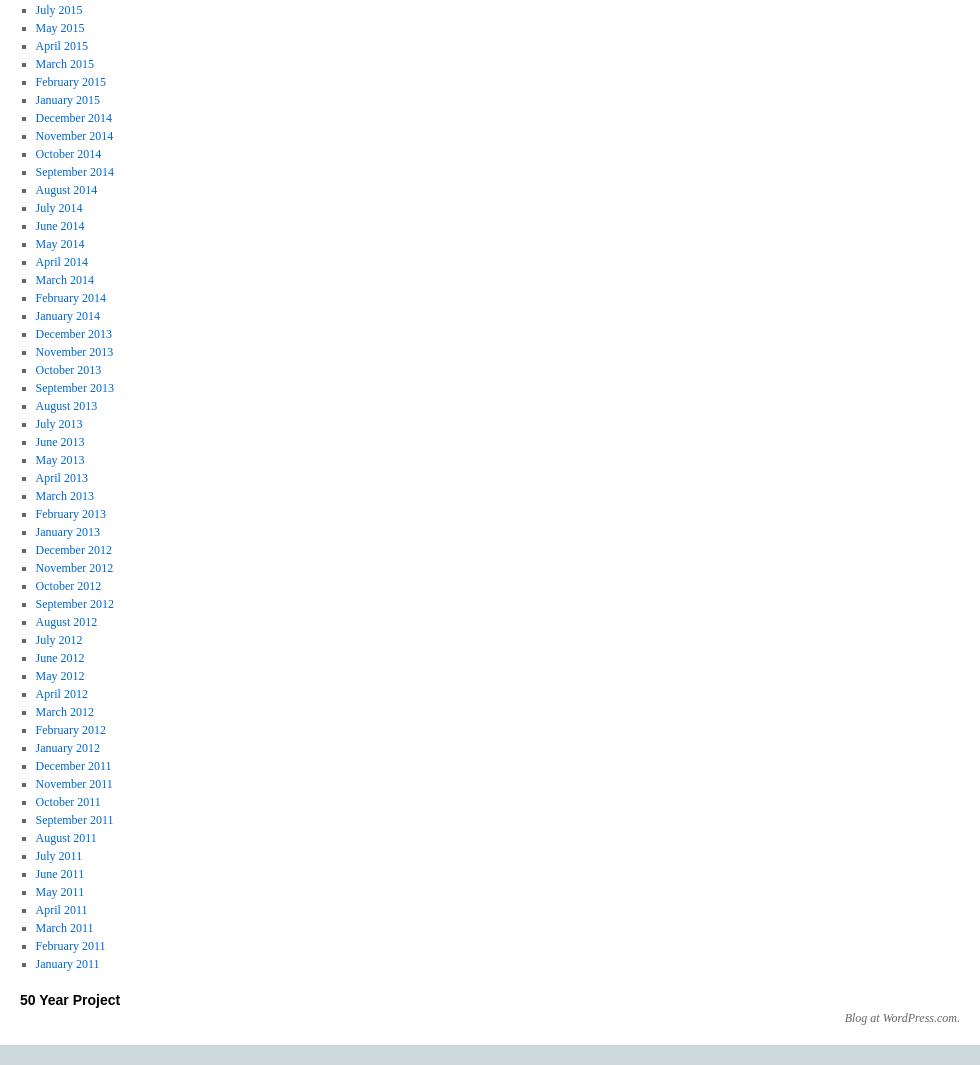 The image size is (980, 1065). I want to click on 'April 2013', so click(34, 476).